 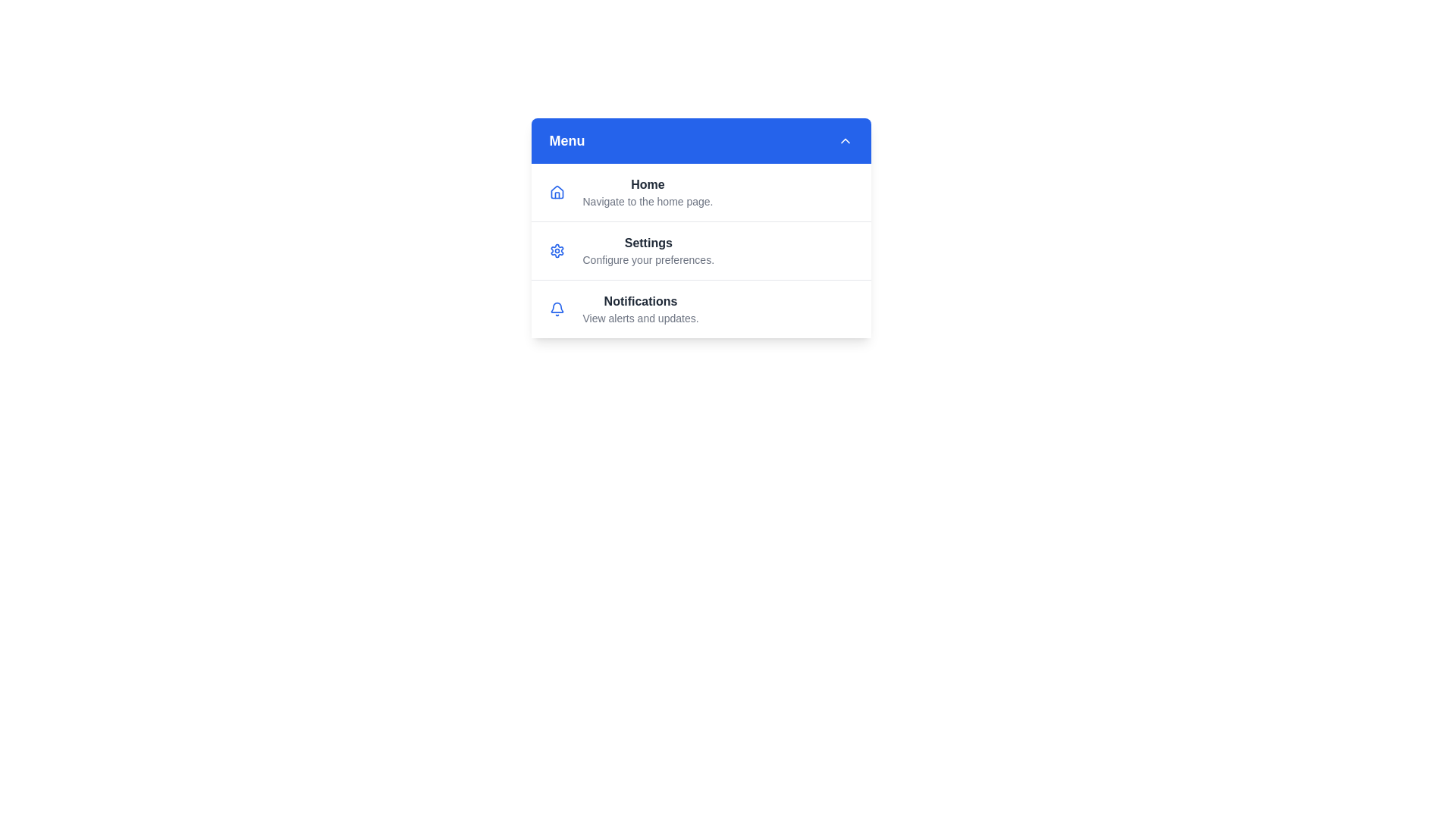 I want to click on the menu button to toggle the dropdown menu, so click(x=700, y=140).